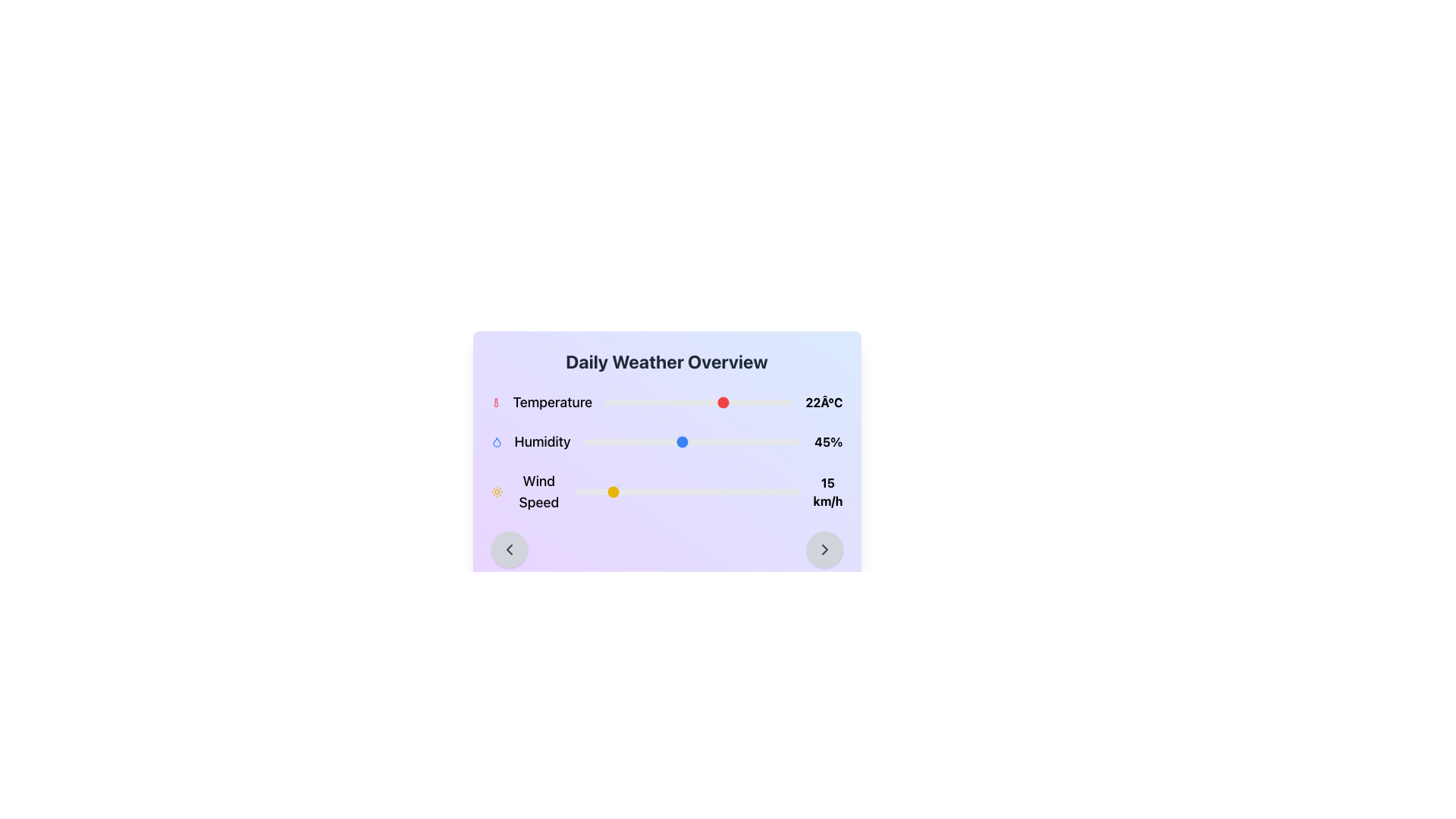 Image resolution: width=1456 pixels, height=819 pixels. Describe the element at coordinates (724, 441) in the screenshot. I see `the humidity level` at that location.